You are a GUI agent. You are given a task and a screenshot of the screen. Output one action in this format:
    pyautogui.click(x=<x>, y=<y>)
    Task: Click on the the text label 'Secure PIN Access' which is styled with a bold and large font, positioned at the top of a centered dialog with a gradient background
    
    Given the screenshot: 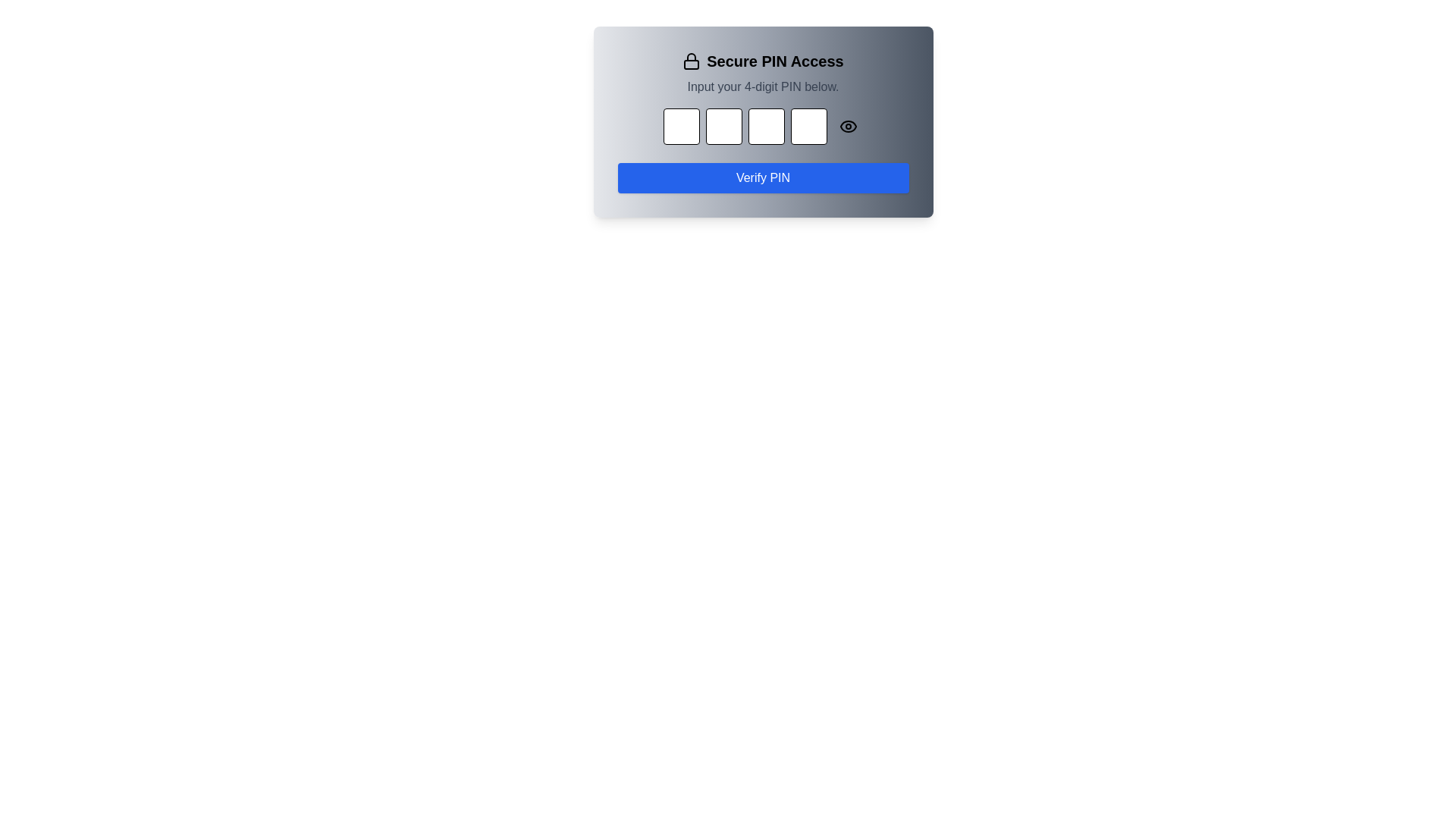 What is the action you would take?
    pyautogui.click(x=763, y=61)
    